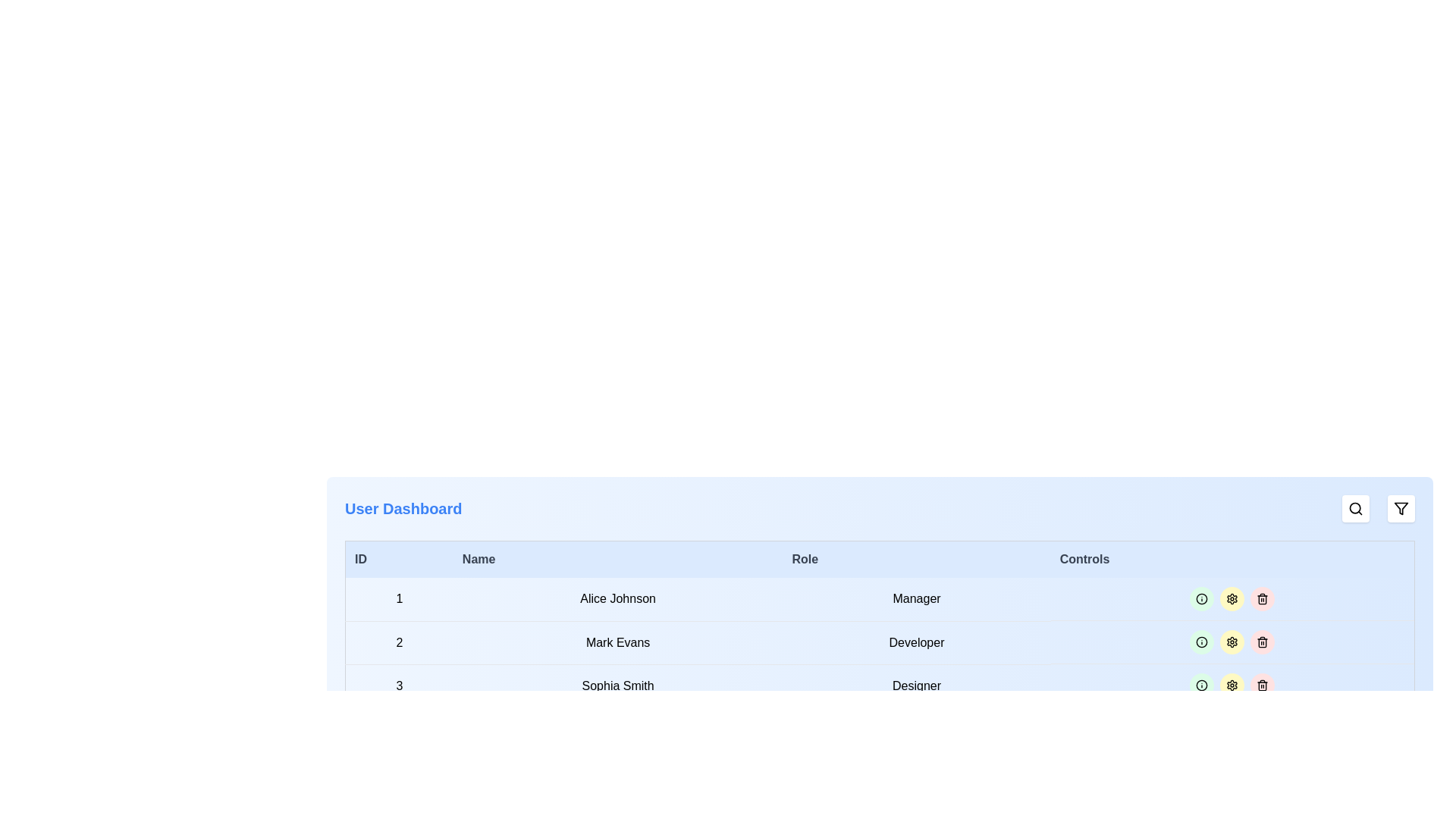 The image size is (1456, 819). I want to click on the label displaying the name 'Sophia Smith', which is located in the third row, second column of the table in the 'User Dashboard' view under the 'Name' column, so click(618, 686).